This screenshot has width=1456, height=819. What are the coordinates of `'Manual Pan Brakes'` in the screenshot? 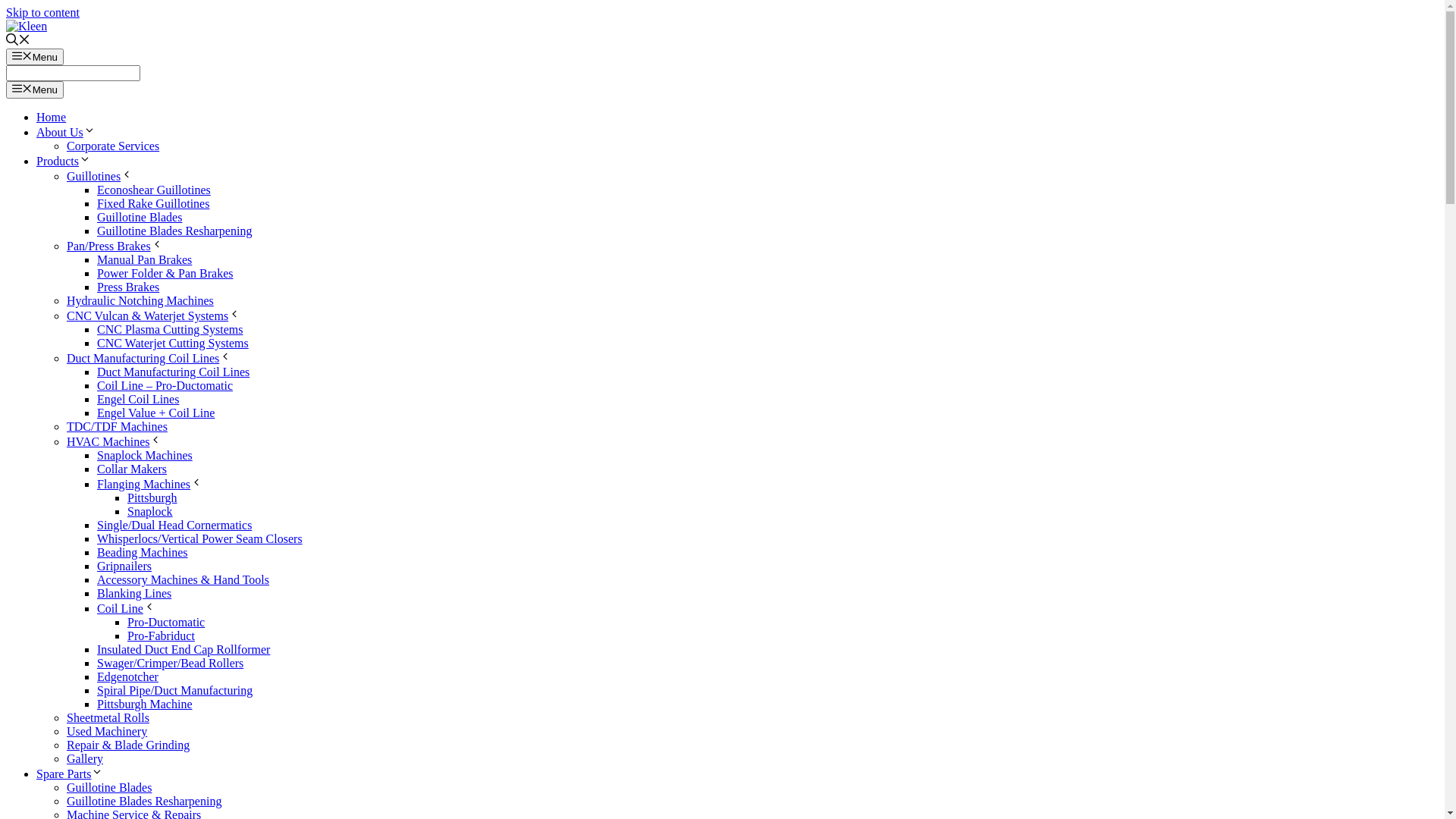 It's located at (144, 259).